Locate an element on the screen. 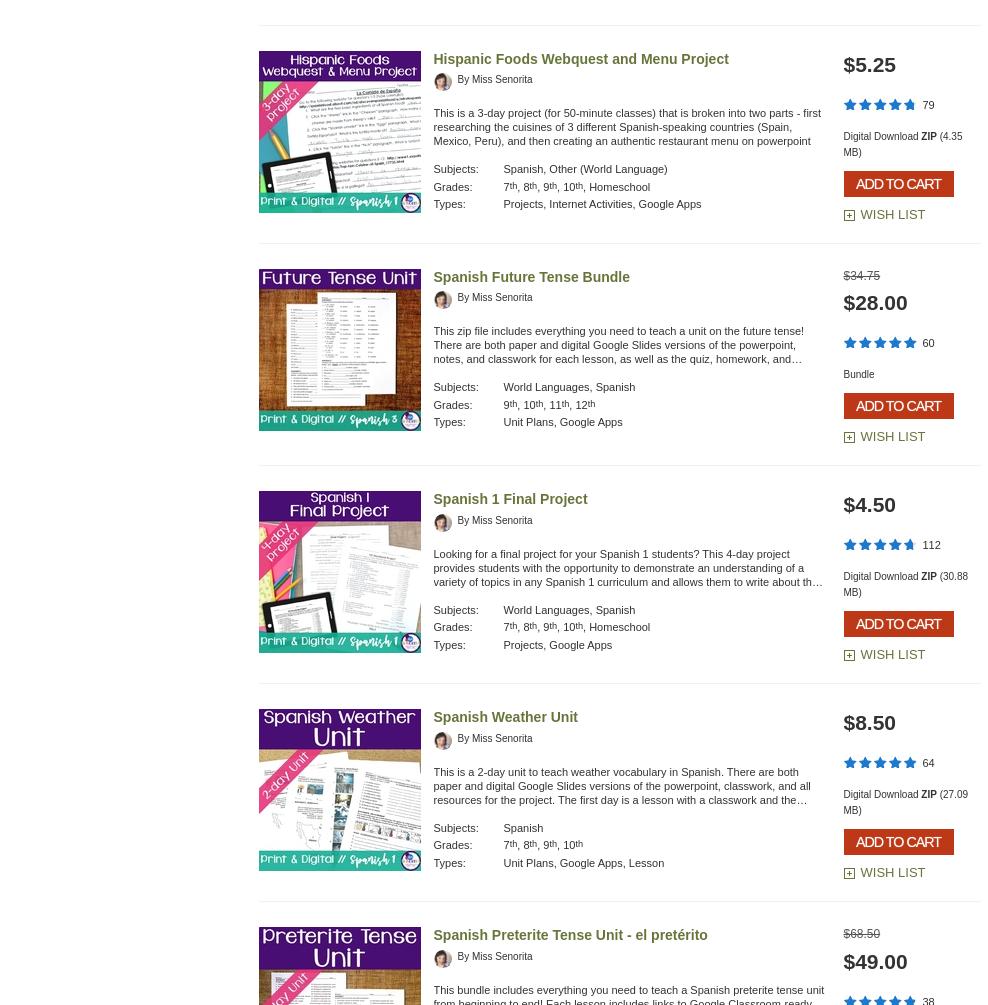 This screenshot has height=1005, width=988. '$5.25' is located at coordinates (842, 63).